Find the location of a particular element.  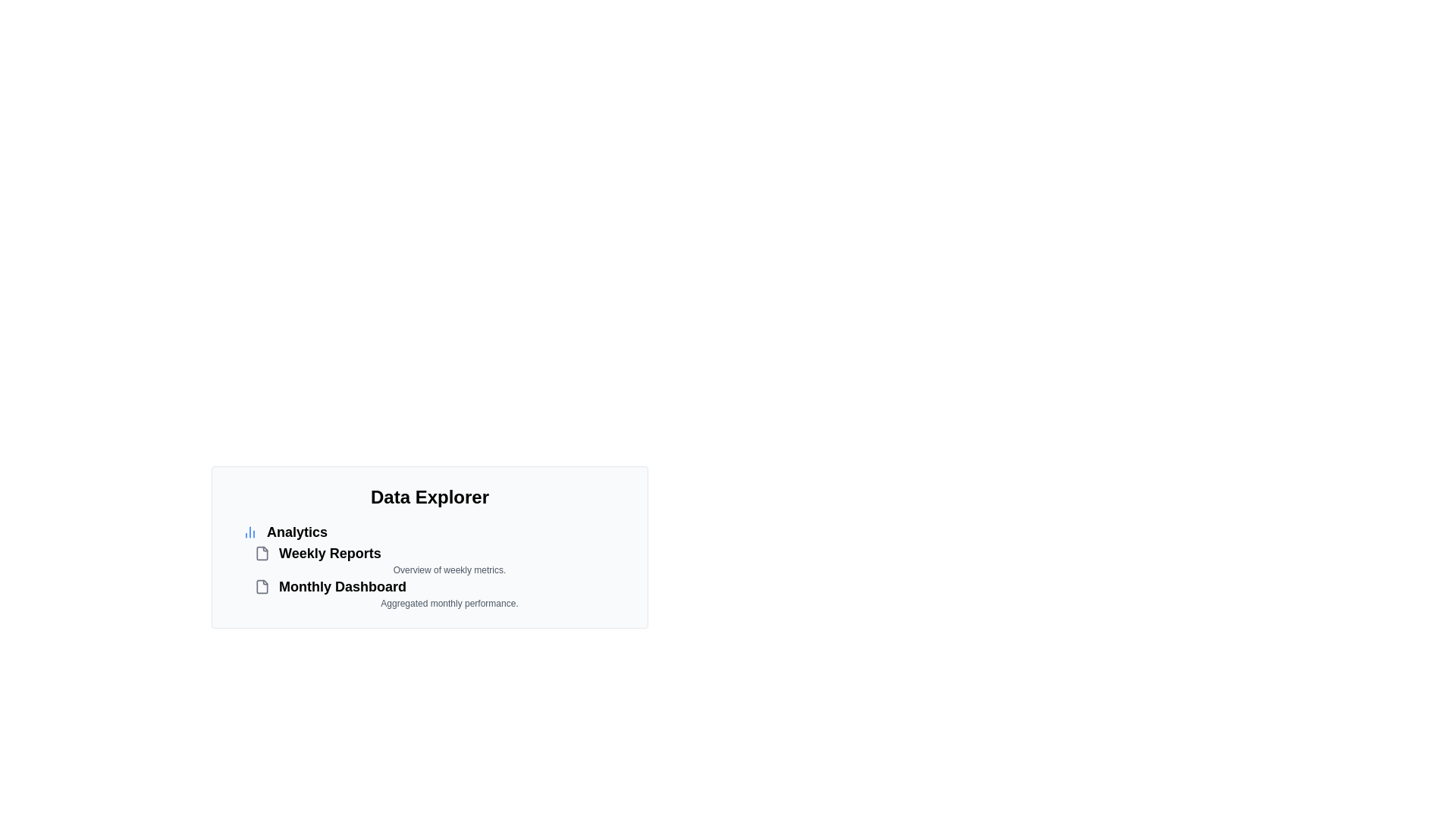

the Text label located under 'Data Explorer', which serves as a title for viewing weekly reports, to associate it with a link if interactive is located at coordinates (329, 553).